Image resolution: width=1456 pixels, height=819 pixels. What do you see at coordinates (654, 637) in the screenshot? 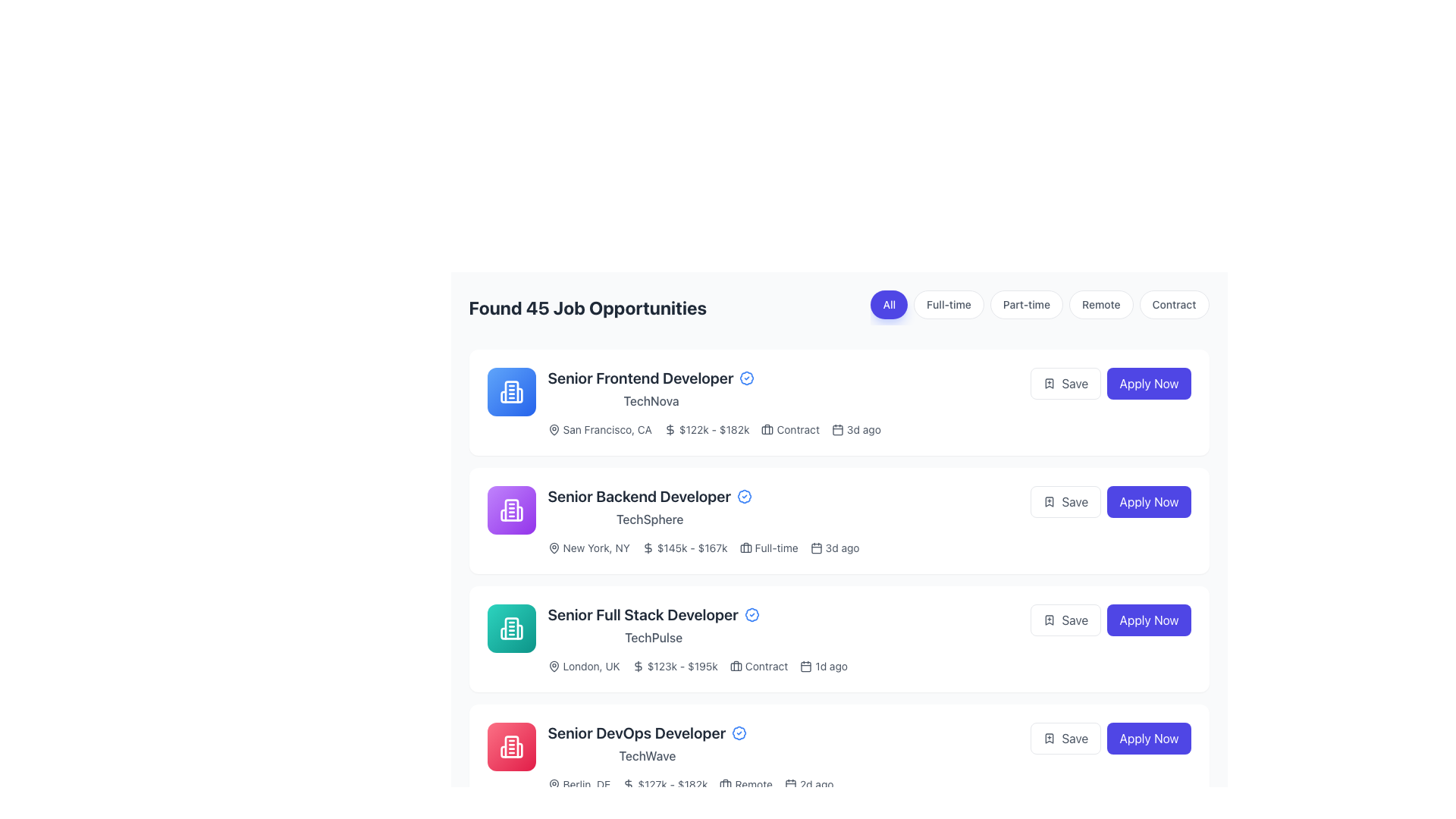
I see `company name text label located within the job listing card for 'Senior Full Stack Developer', positioned directly below the job title text` at bounding box center [654, 637].